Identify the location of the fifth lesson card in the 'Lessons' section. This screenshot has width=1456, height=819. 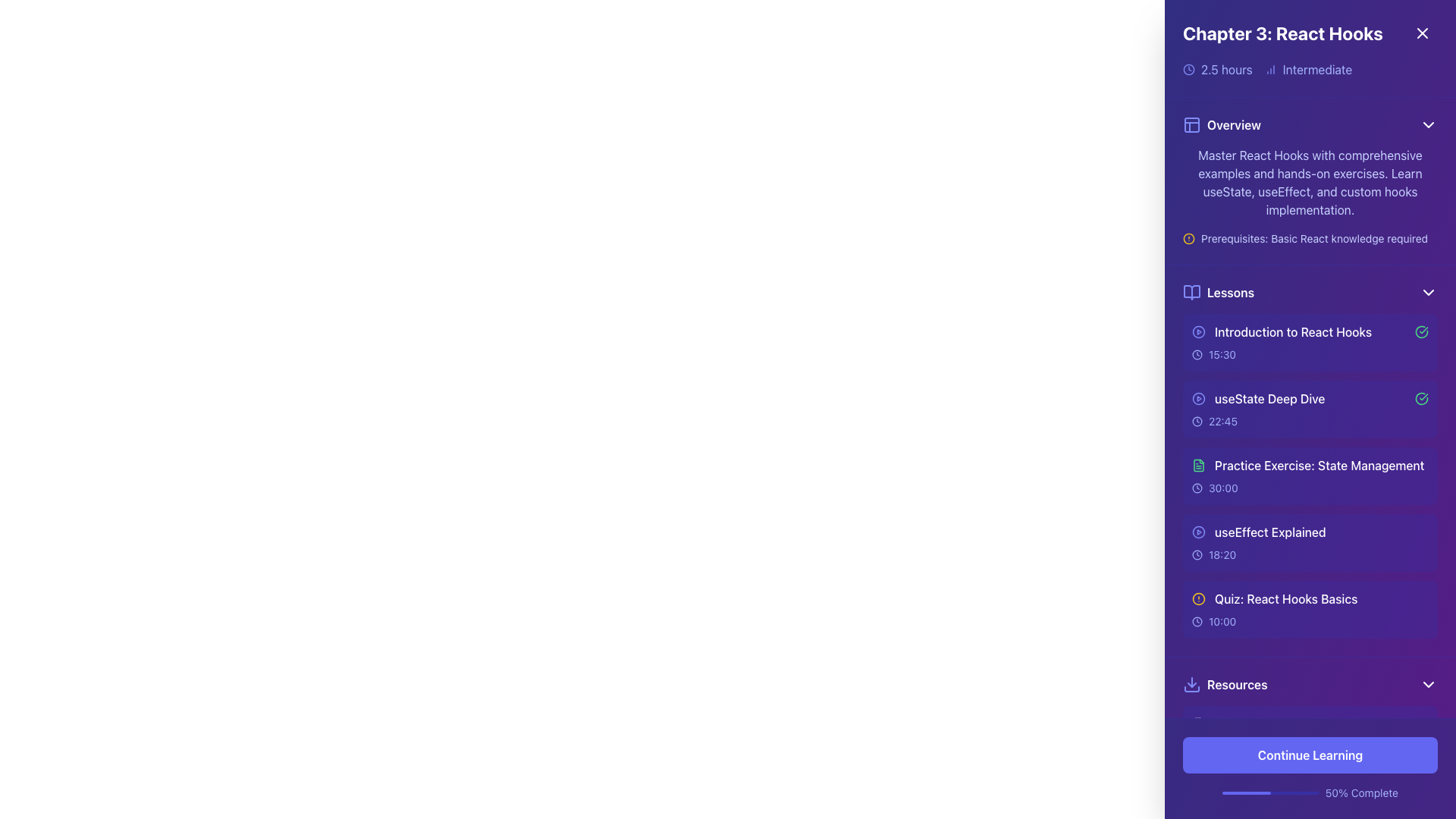
(1310, 608).